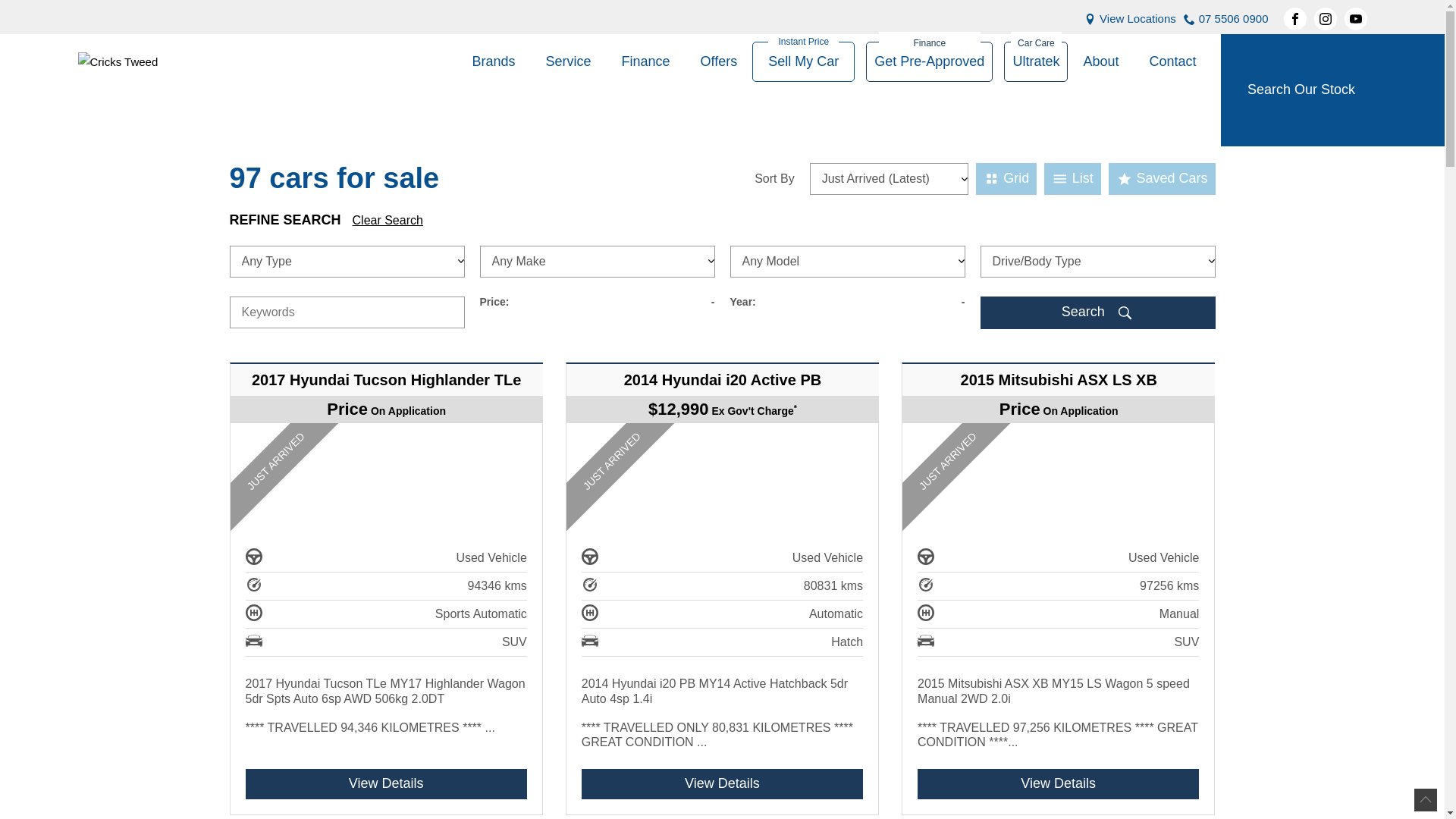 The image size is (1456, 819). What do you see at coordinates (1332, 90) in the screenshot?
I see `'Search Our Stock'` at bounding box center [1332, 90].